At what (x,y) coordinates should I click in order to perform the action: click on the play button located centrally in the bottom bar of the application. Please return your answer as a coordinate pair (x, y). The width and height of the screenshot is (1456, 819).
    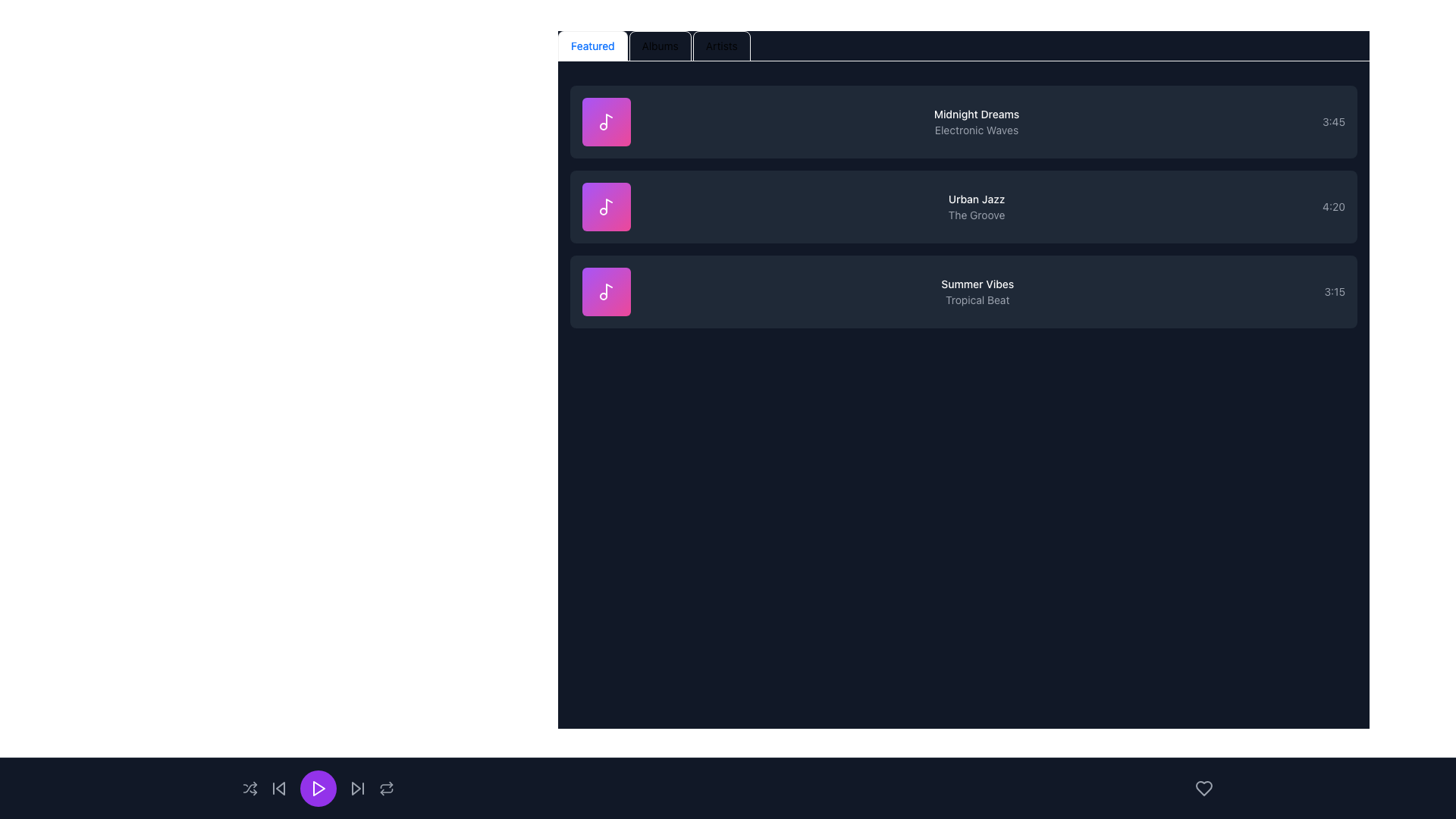
    Looking at the image, I should click on (318, 788).